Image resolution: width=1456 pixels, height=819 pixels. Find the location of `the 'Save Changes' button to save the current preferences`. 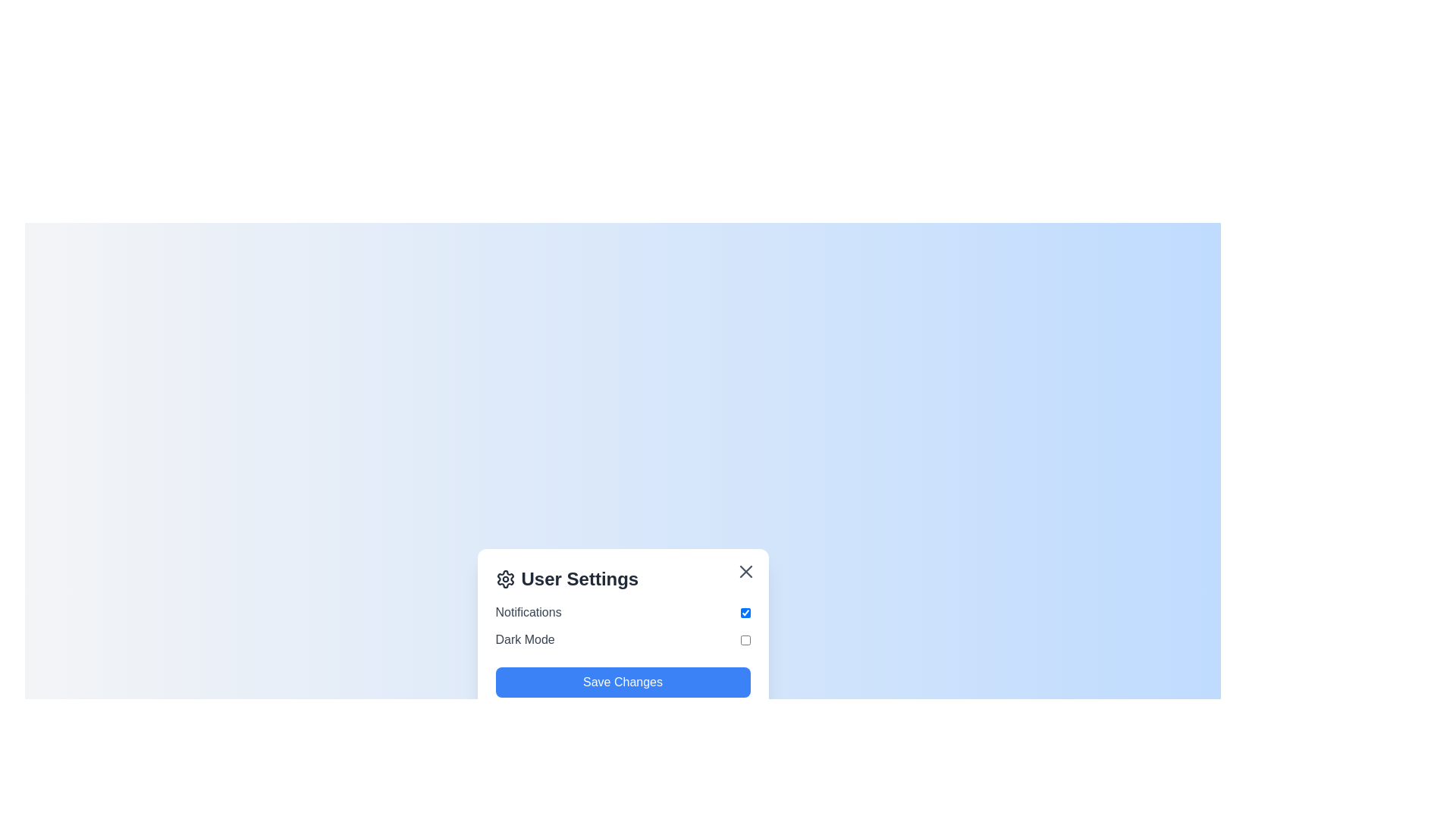

the 'Save Changes' button to save the current preferences is located at coordinates (623, 681).